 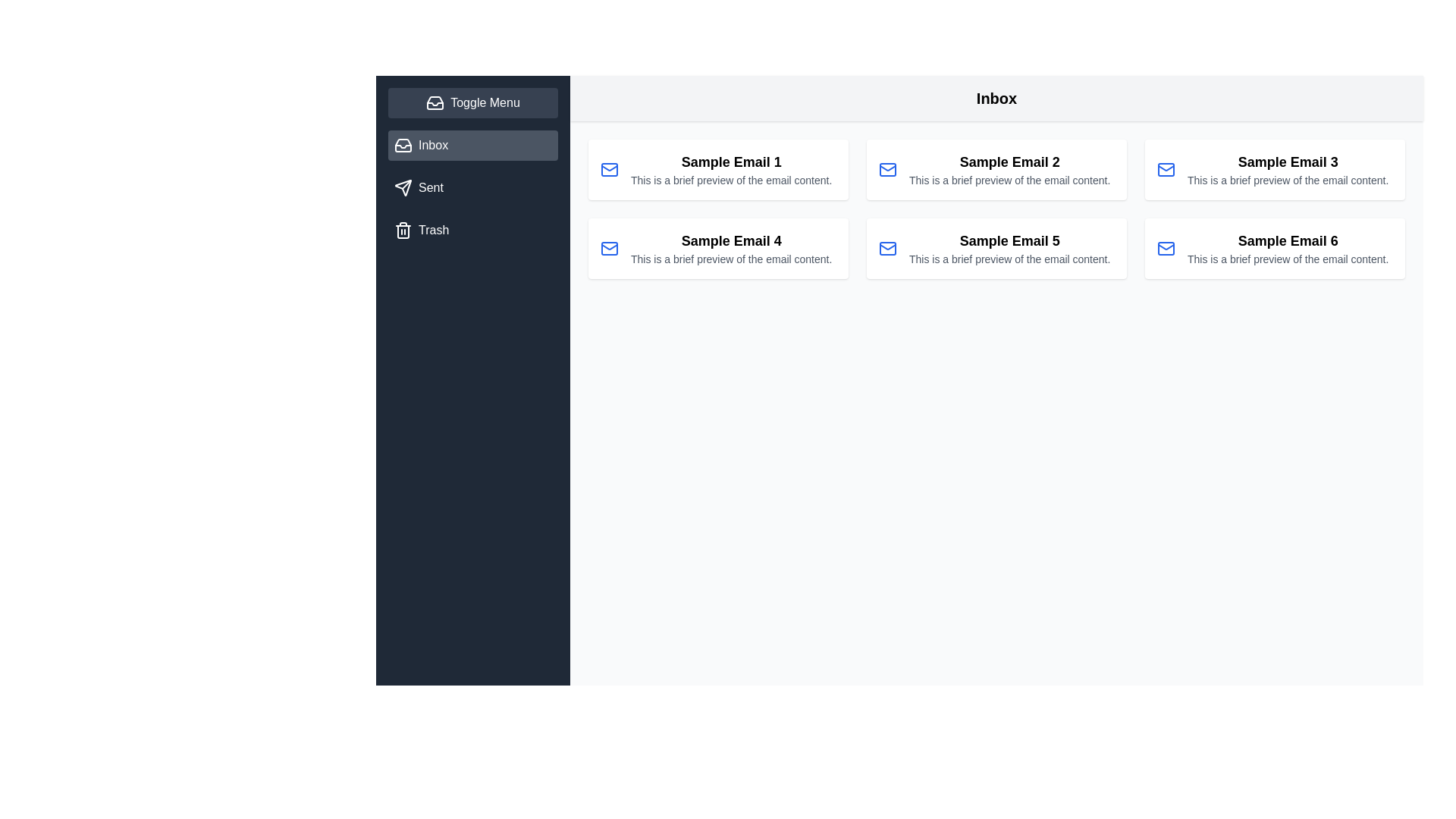 I want to click on the 'Sent' navigation menu icon located in the sidebar of the application interface, so click(x=403, y=187).